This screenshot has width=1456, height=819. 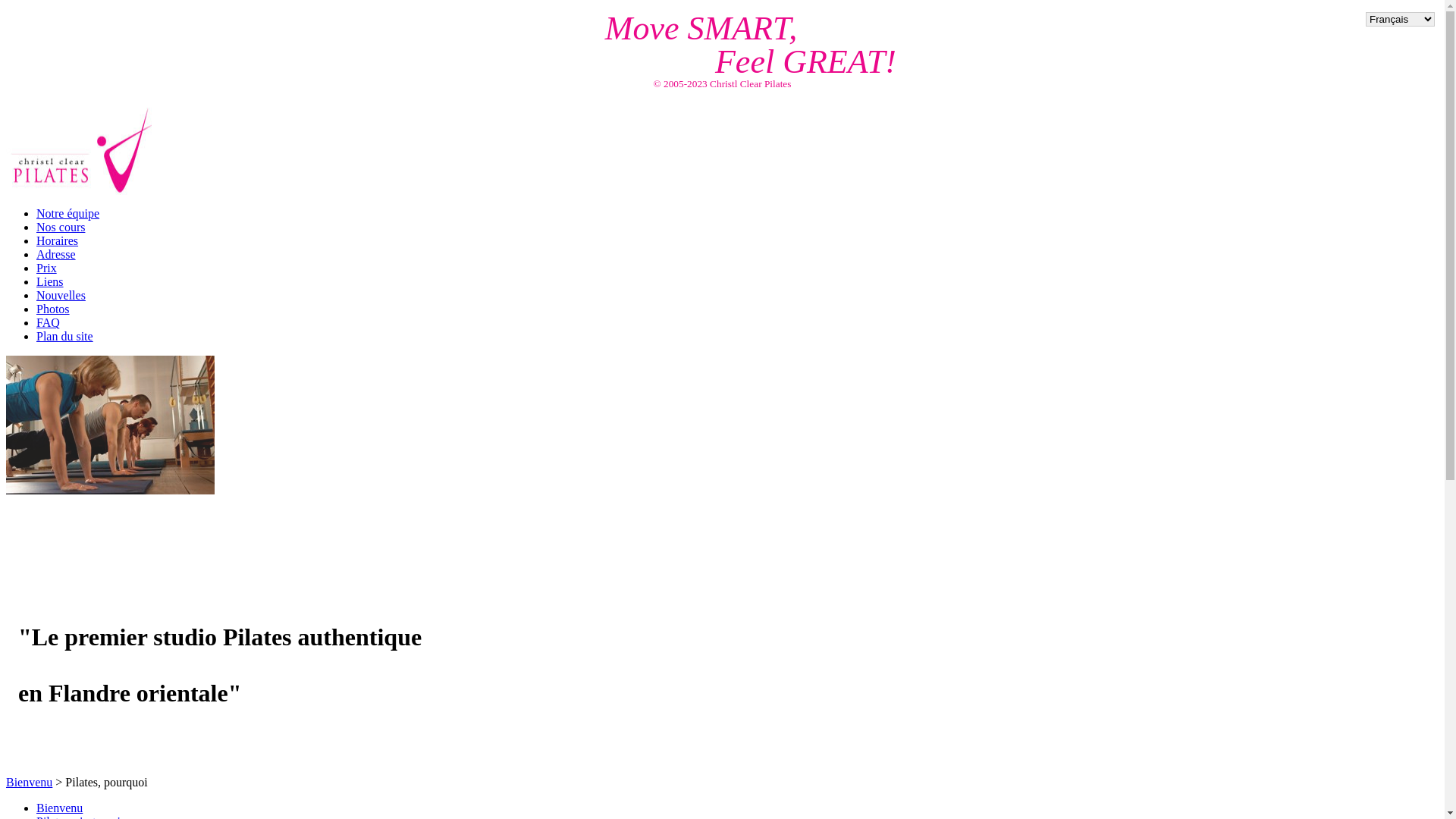 What do you see at coordinates (61, 295) in the screenshot?
I see `'Nouvelles'` at bounding box center [61, 295].